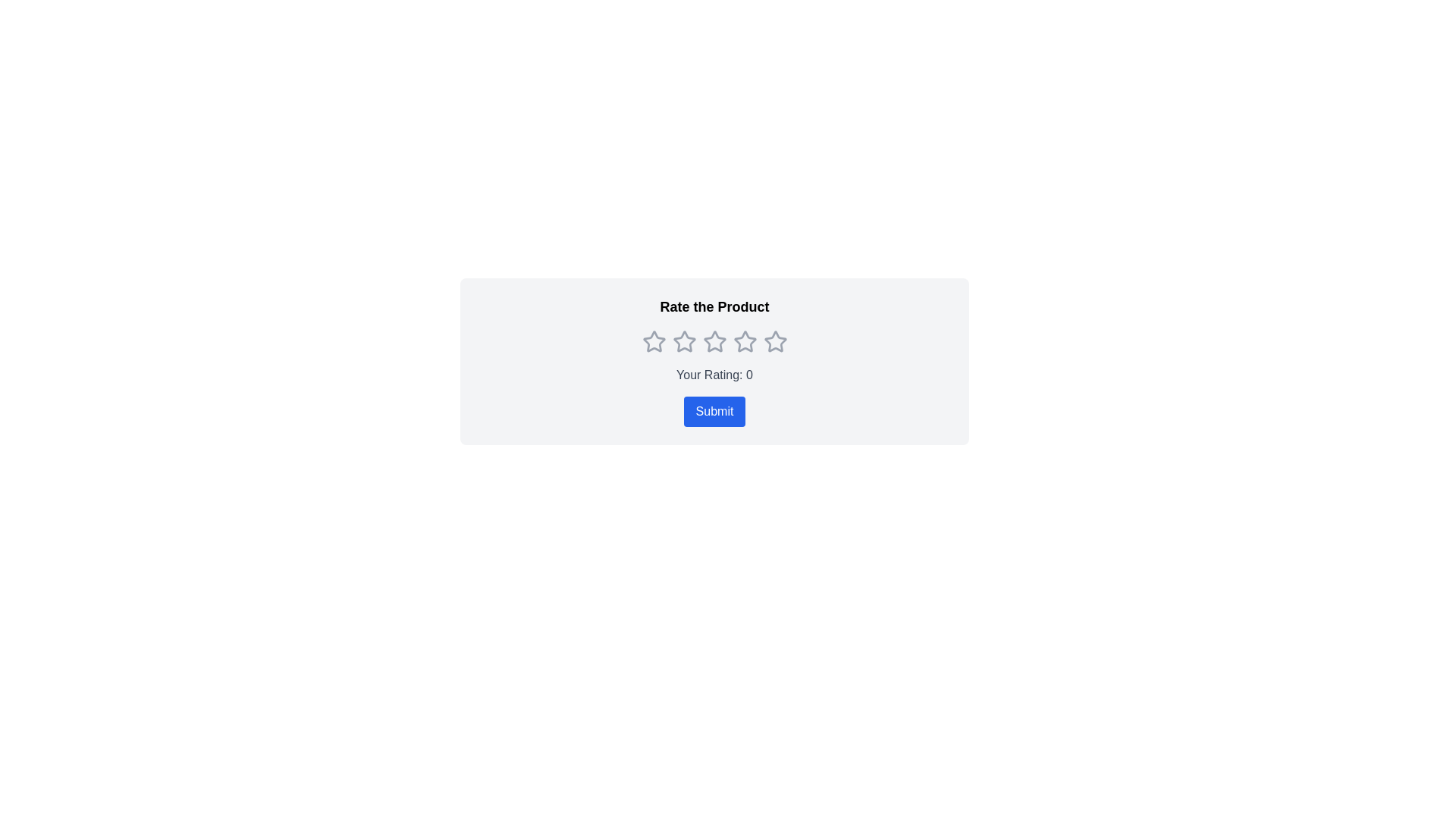 The width and height of the screenshot is (1456, 819). What do you see at coordinates (683, 342) in the screenshot?
I see `the second star icon in the five-star rating system located beneath 'Rate the Product' to assign a rating` at bounding box center [683, 342].